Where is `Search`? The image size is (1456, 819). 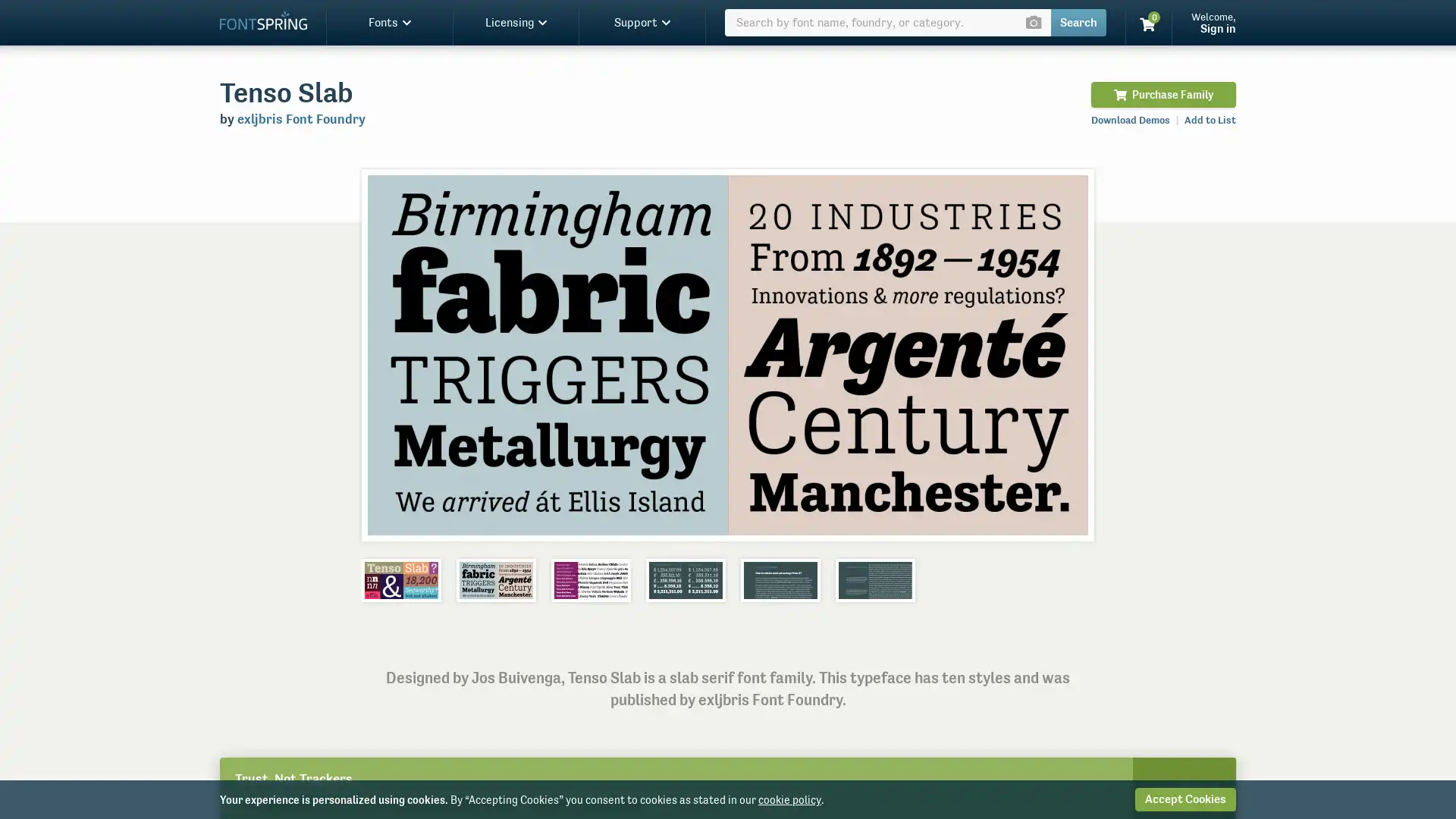
Search is located at coordinates (1078, 23).